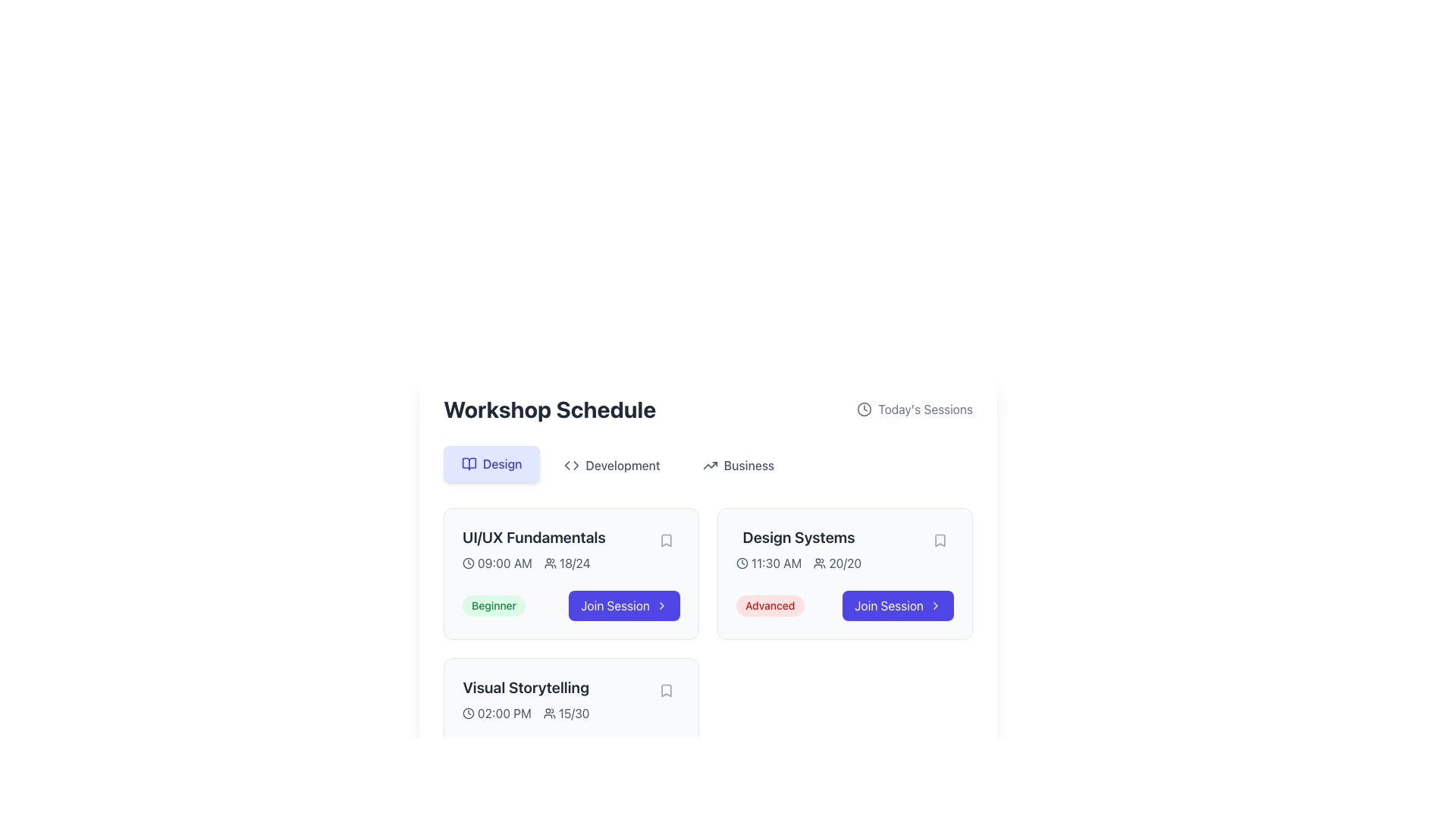 The height and width of the screenshot is (819, 1456). I want to click on the time information displayed next, so click(769, 563).